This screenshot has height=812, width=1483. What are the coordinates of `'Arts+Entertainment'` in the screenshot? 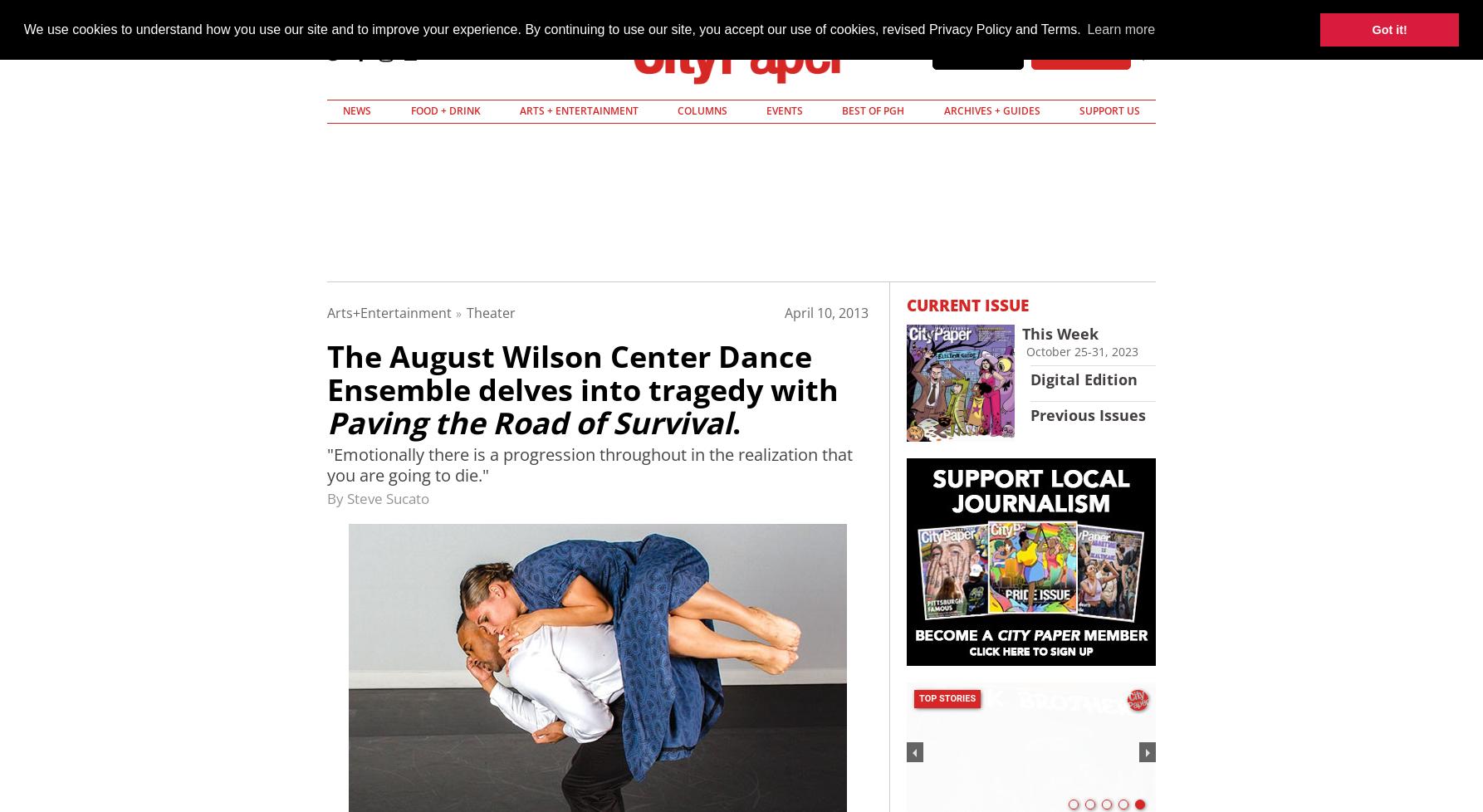 It's located at (326, 311).